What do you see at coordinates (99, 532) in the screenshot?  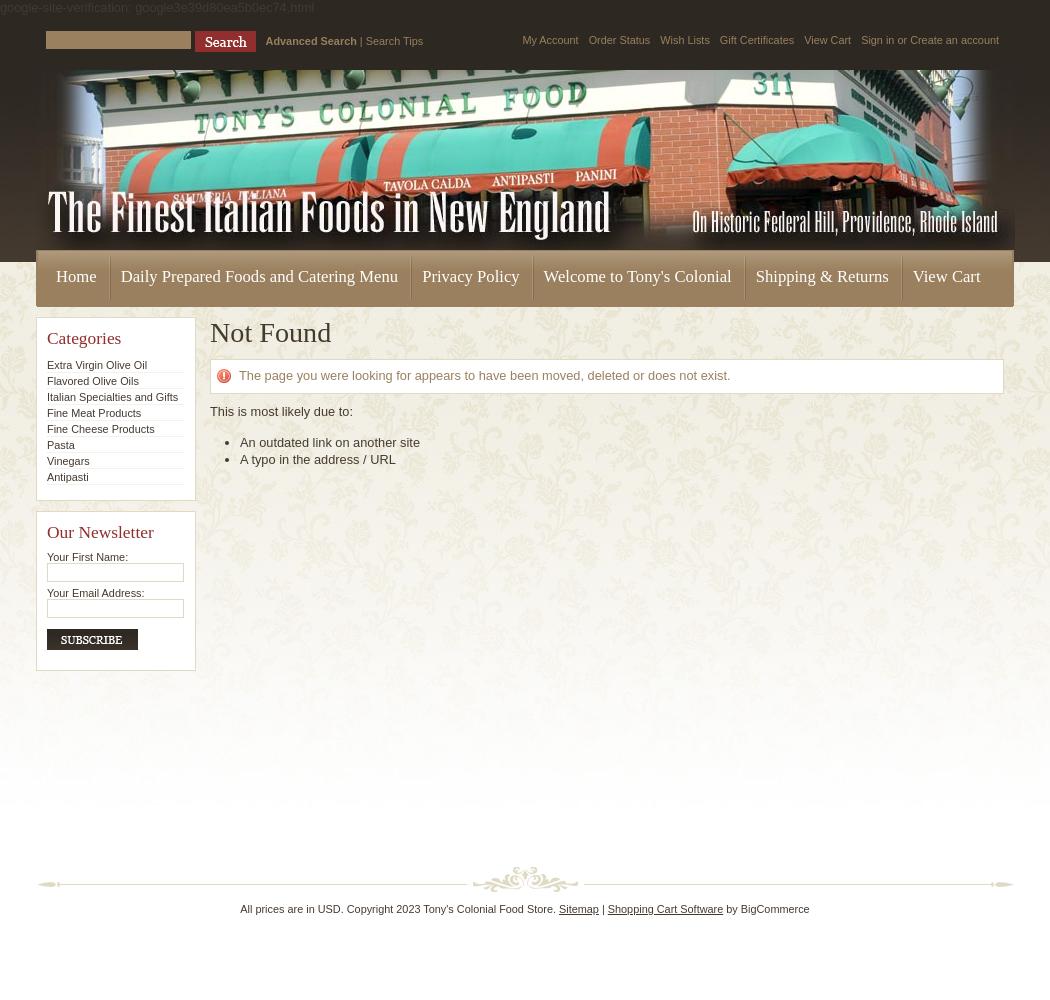 I see `'Our Newsletter'` at bounding box center [99, 532].